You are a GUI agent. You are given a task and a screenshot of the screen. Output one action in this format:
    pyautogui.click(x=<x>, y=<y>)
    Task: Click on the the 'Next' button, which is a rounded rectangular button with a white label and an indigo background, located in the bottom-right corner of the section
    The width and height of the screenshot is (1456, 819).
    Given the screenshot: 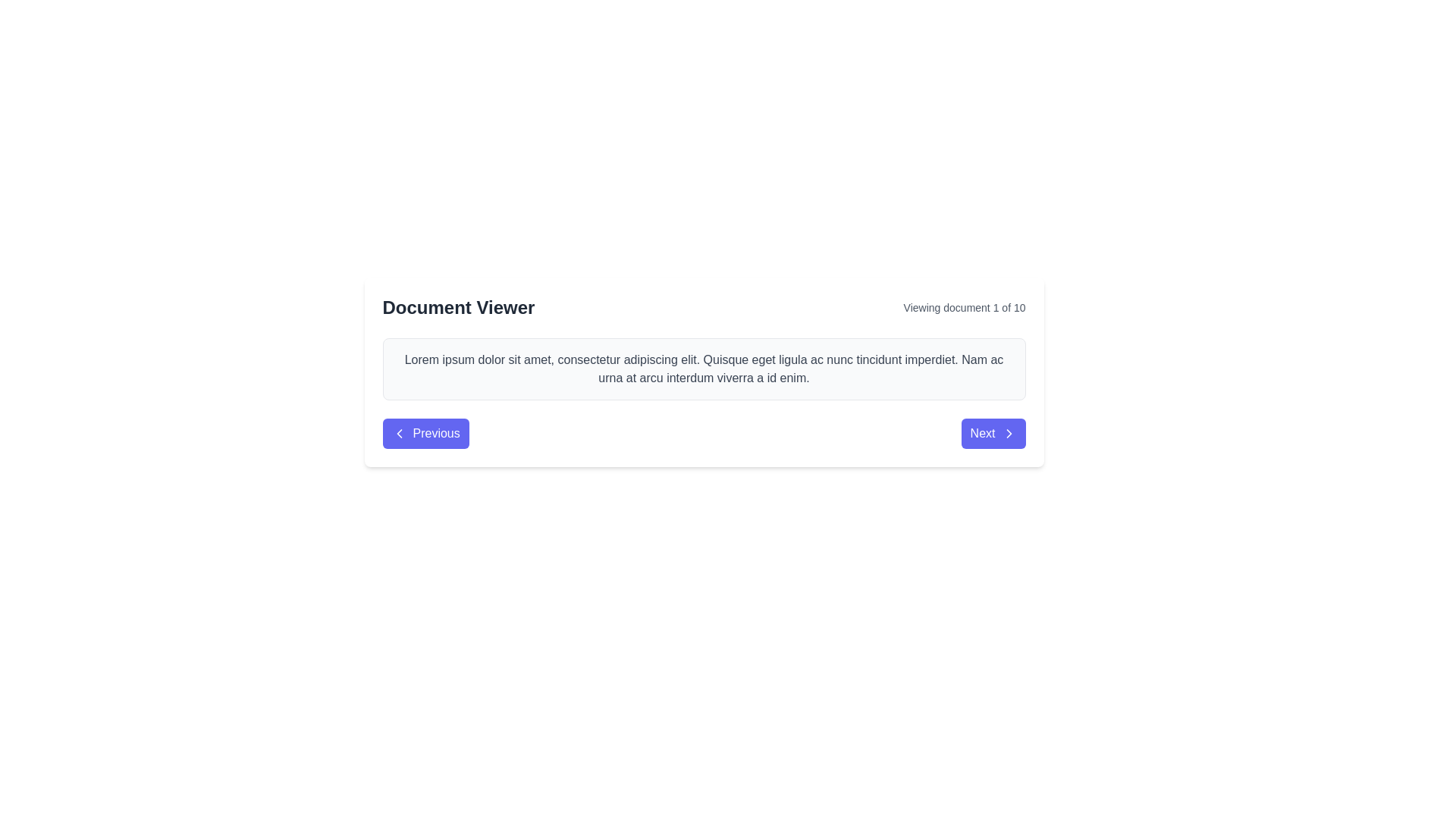 What is the action you would take?
    pyautogui.click(x=993, y=433)
    